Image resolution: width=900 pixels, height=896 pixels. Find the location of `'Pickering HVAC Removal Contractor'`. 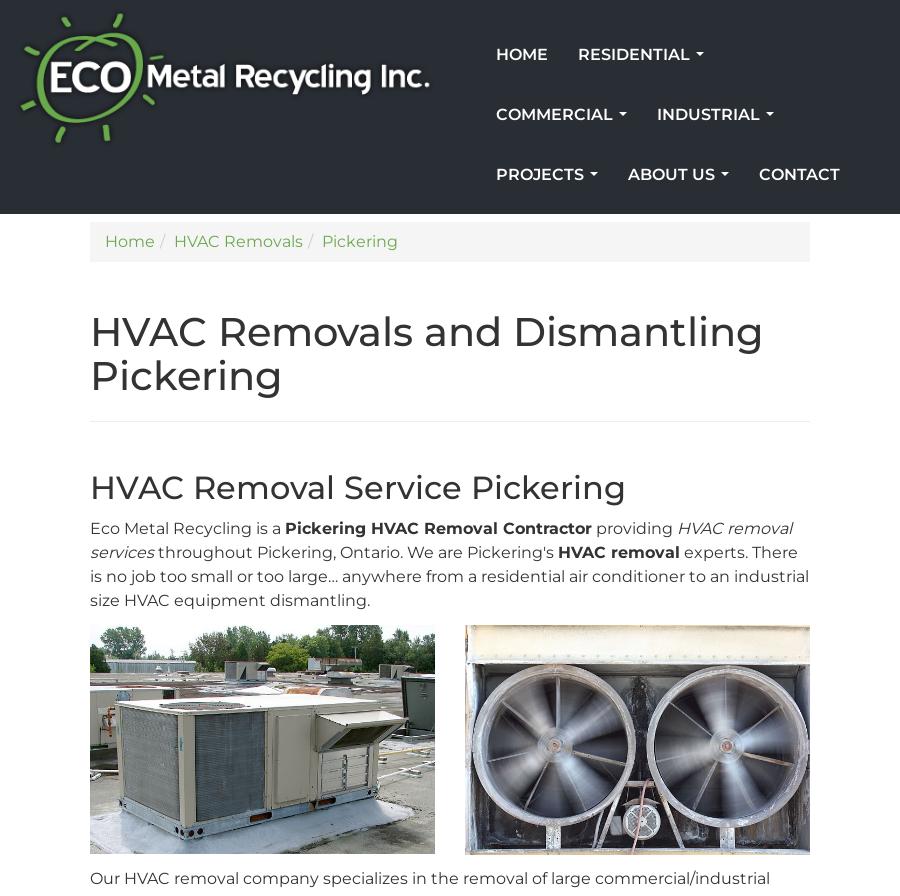

'Pickering HVAC Removal Contractor' is located at coordinates (438, 528).